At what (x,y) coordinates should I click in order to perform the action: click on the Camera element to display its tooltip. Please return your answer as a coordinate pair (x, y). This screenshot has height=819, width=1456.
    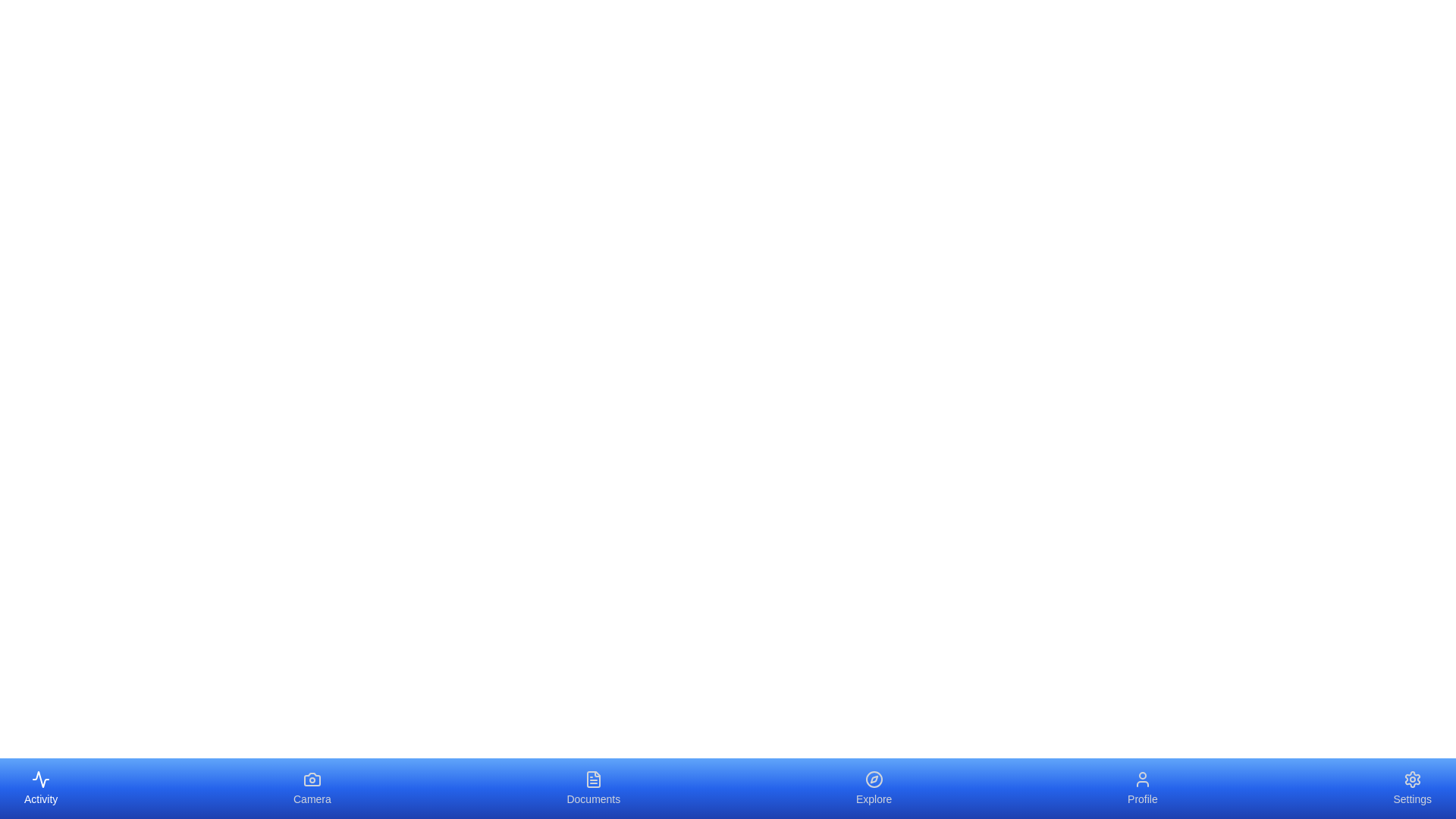
    Looking at the image, I should click on (311, 788).